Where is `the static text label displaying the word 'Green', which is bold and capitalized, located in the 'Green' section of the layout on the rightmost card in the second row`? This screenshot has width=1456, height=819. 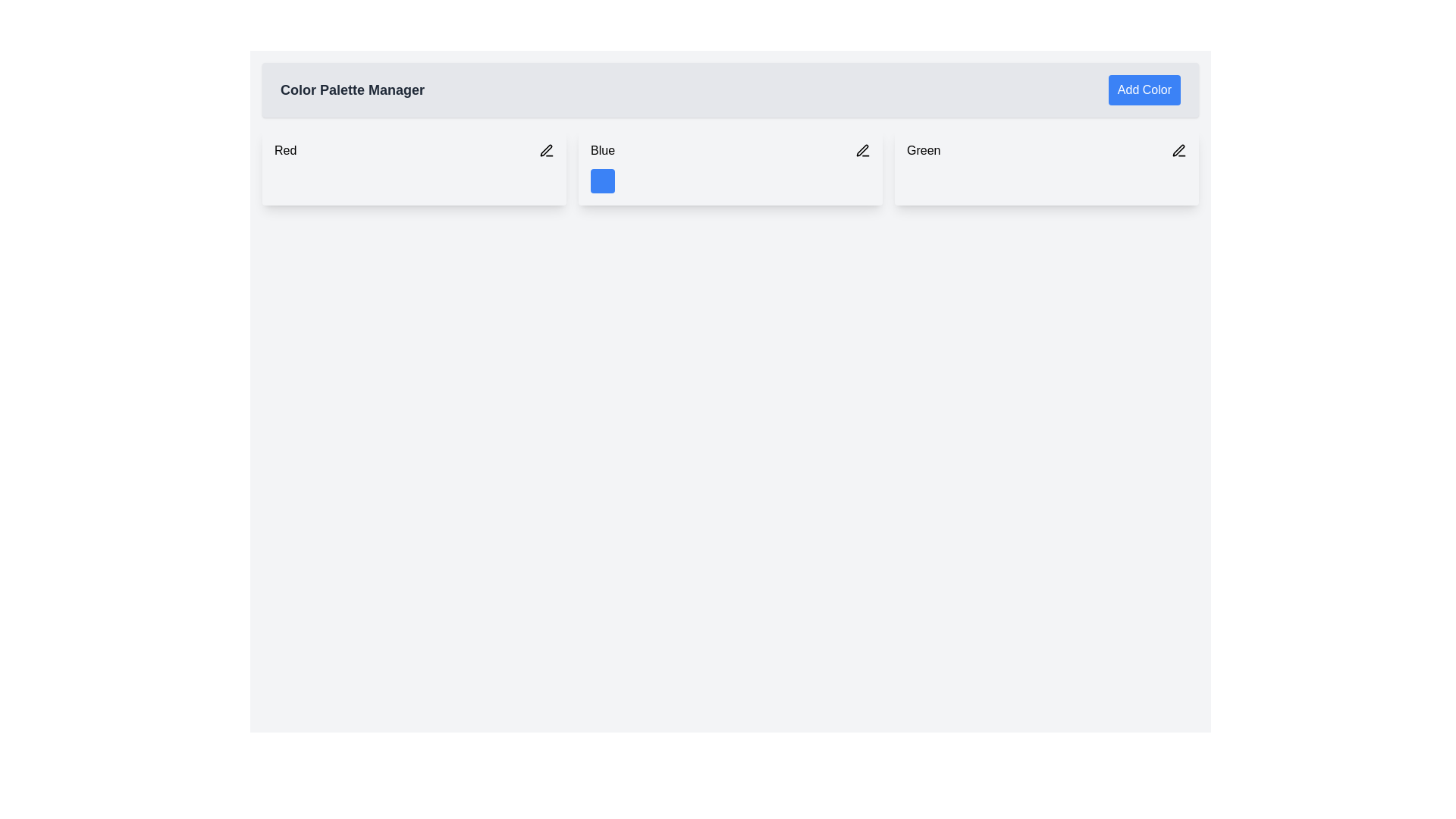 the static text label displaying the word 'Green', which is bold and capitalized, located in the 'Green' section of the layout on the rightmost card in the second row is located at coordinates (923, 151).